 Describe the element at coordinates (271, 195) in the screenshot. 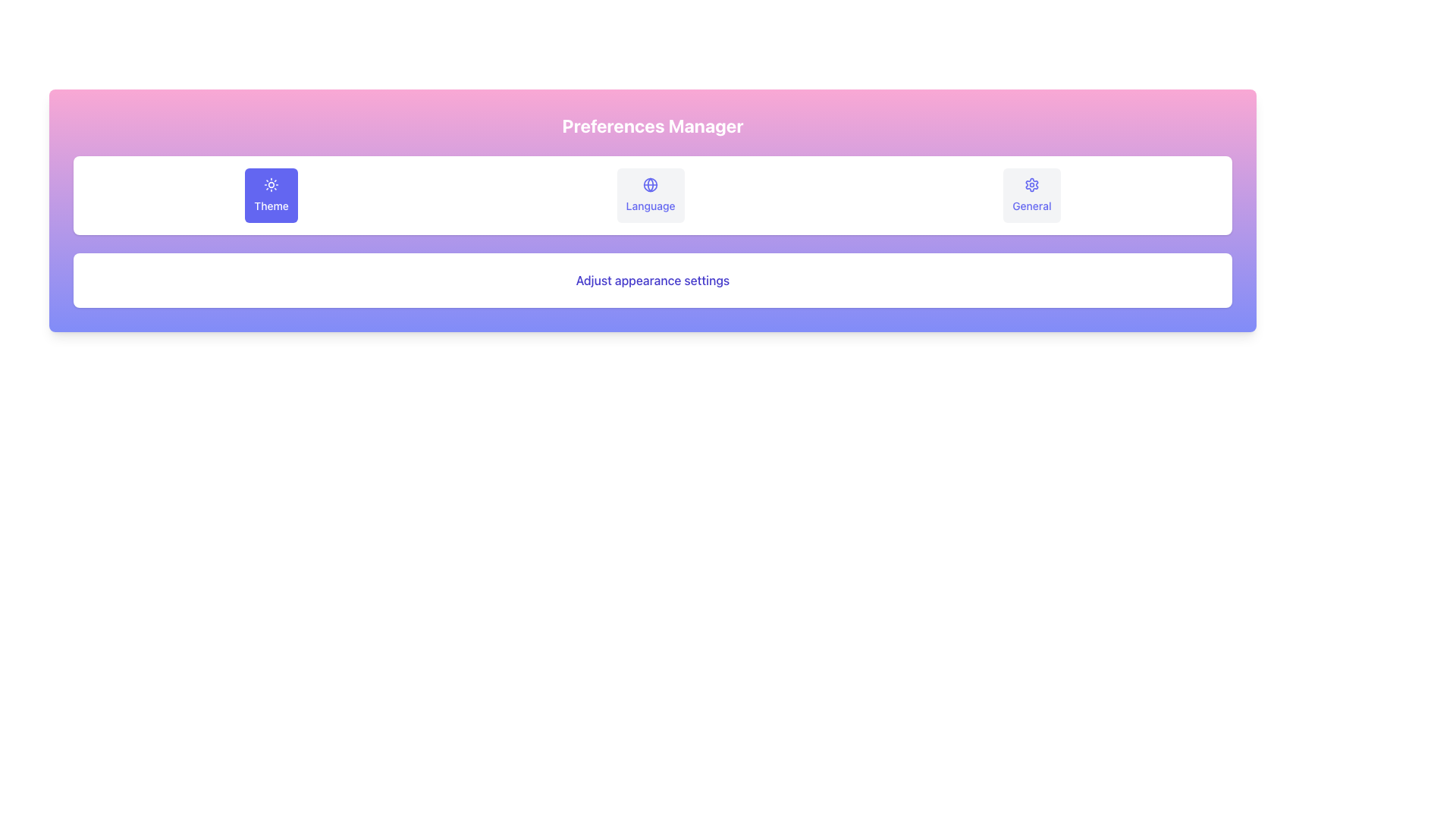

I see `the 'Theme' button` at that location.